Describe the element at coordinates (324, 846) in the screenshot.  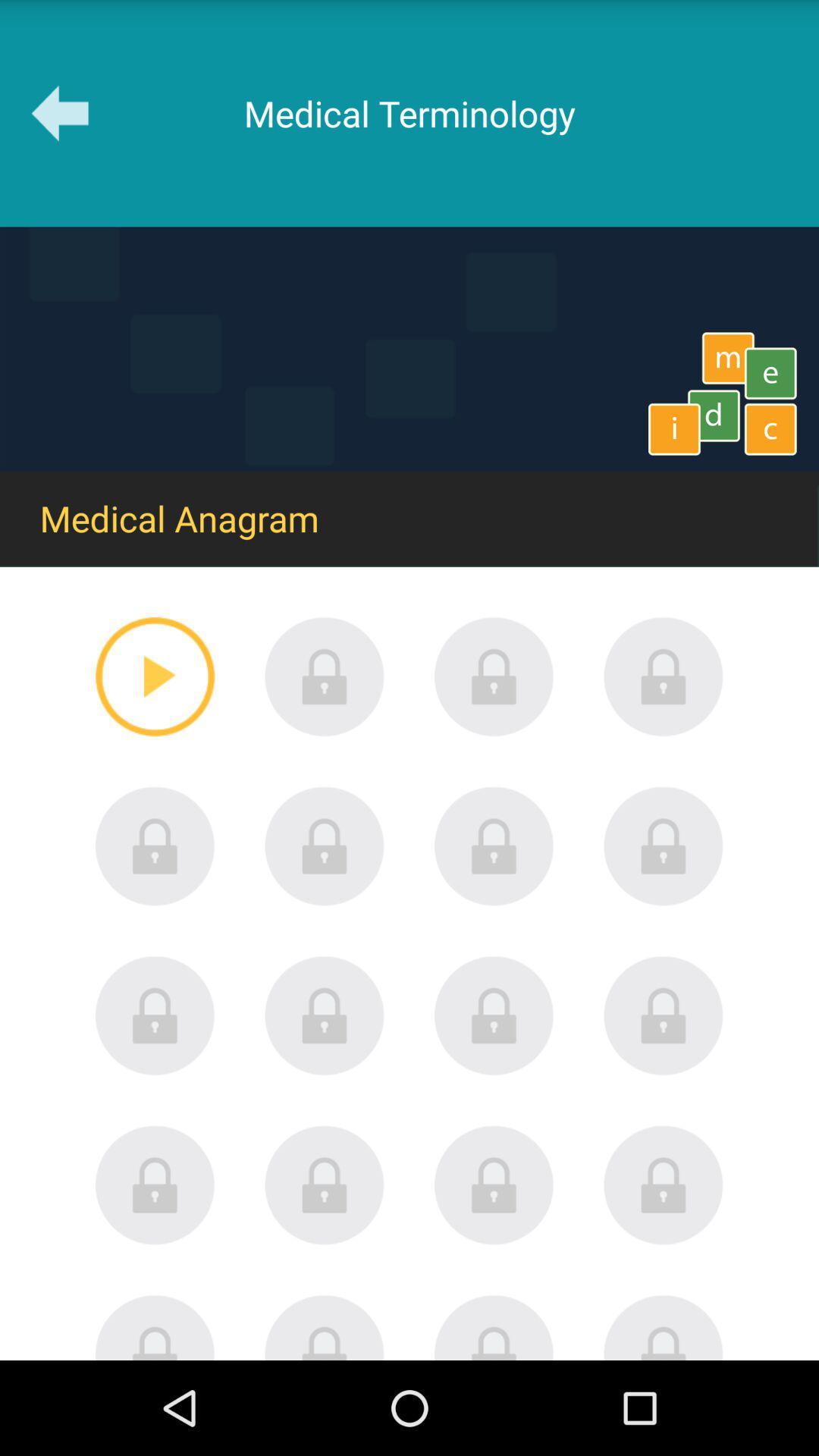
I see `option blocked` at that location.